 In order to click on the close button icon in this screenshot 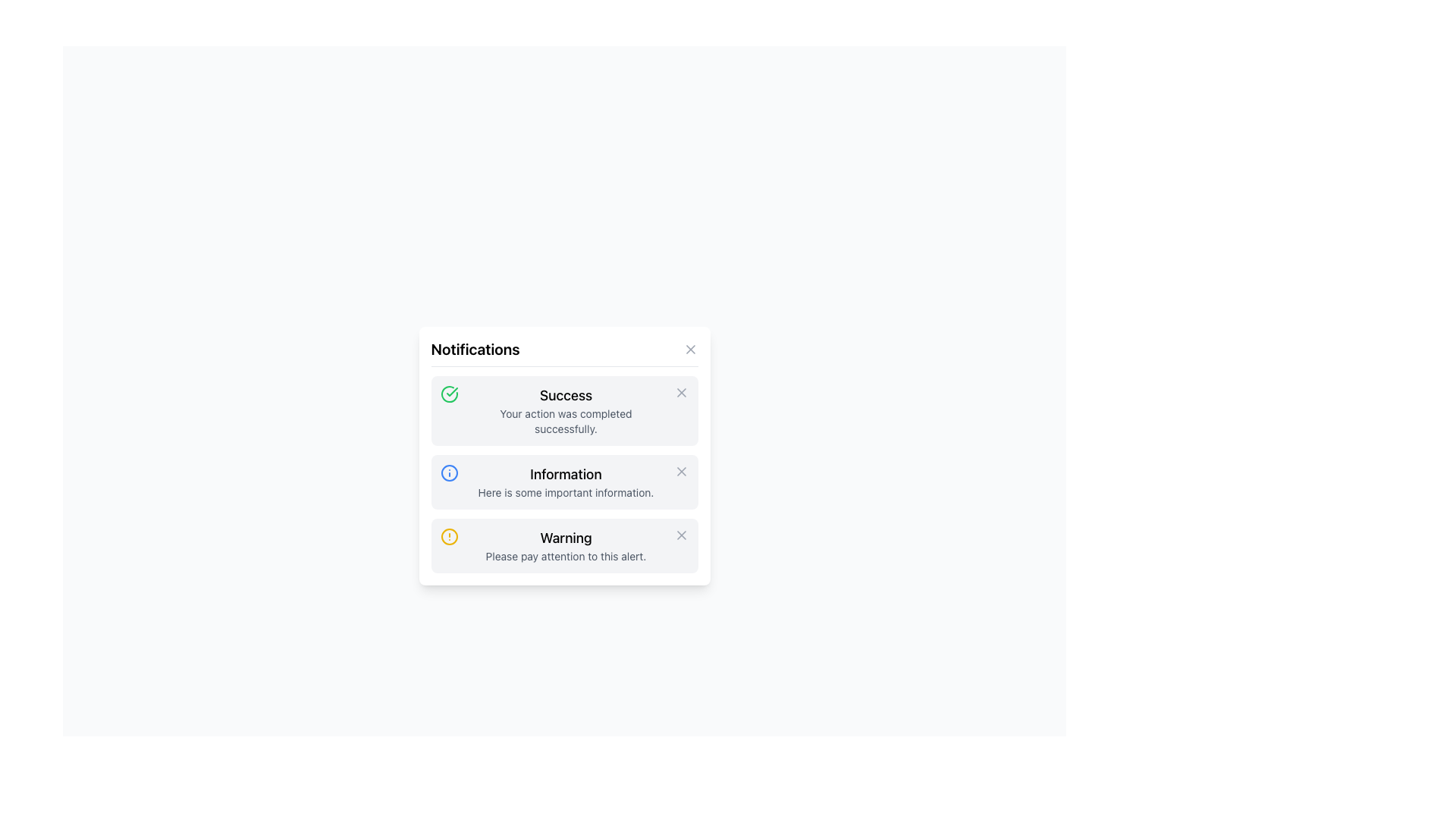, I will do `click(680, 470)`.